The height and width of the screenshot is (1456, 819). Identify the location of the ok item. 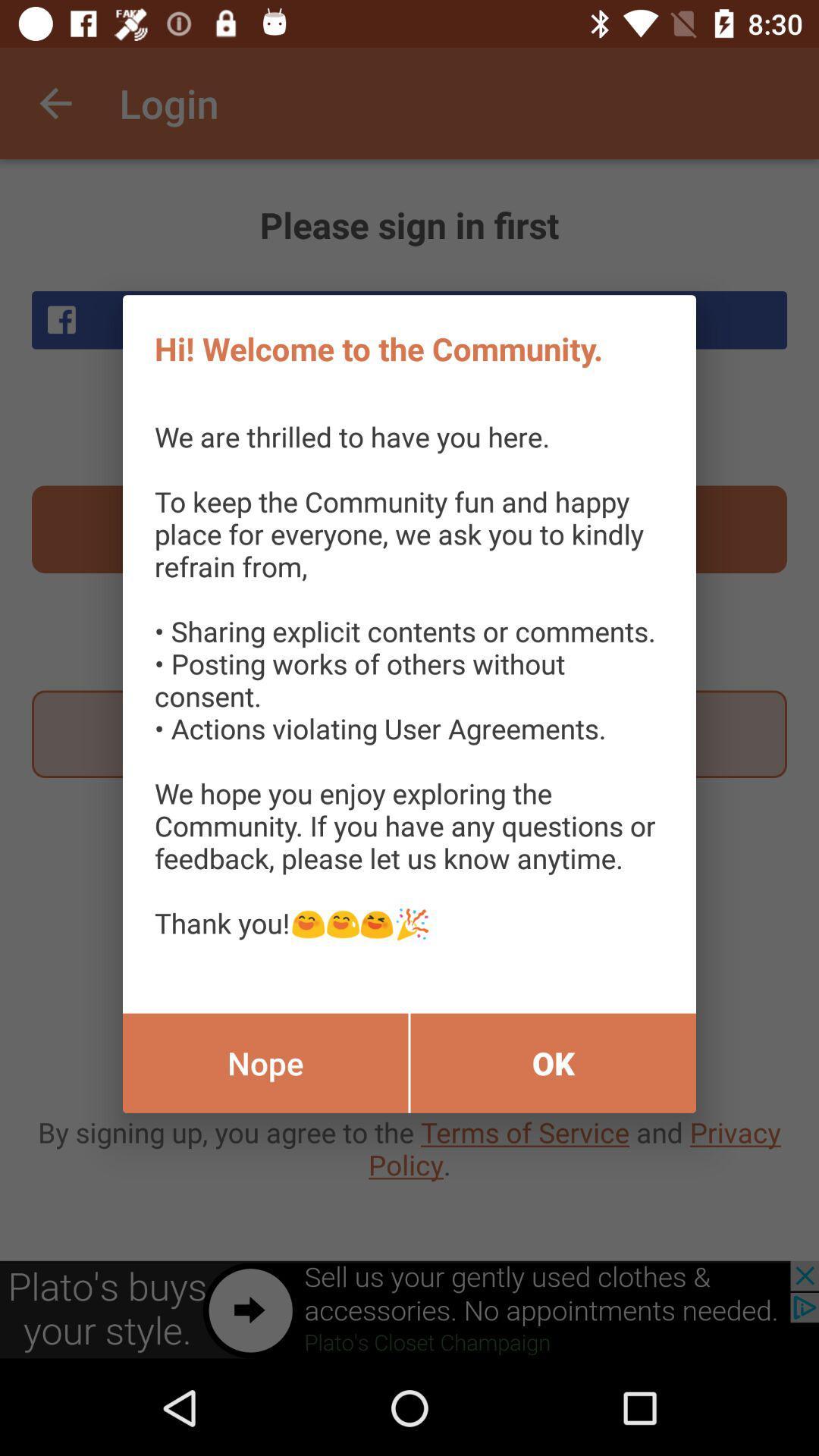
(553, 1062).